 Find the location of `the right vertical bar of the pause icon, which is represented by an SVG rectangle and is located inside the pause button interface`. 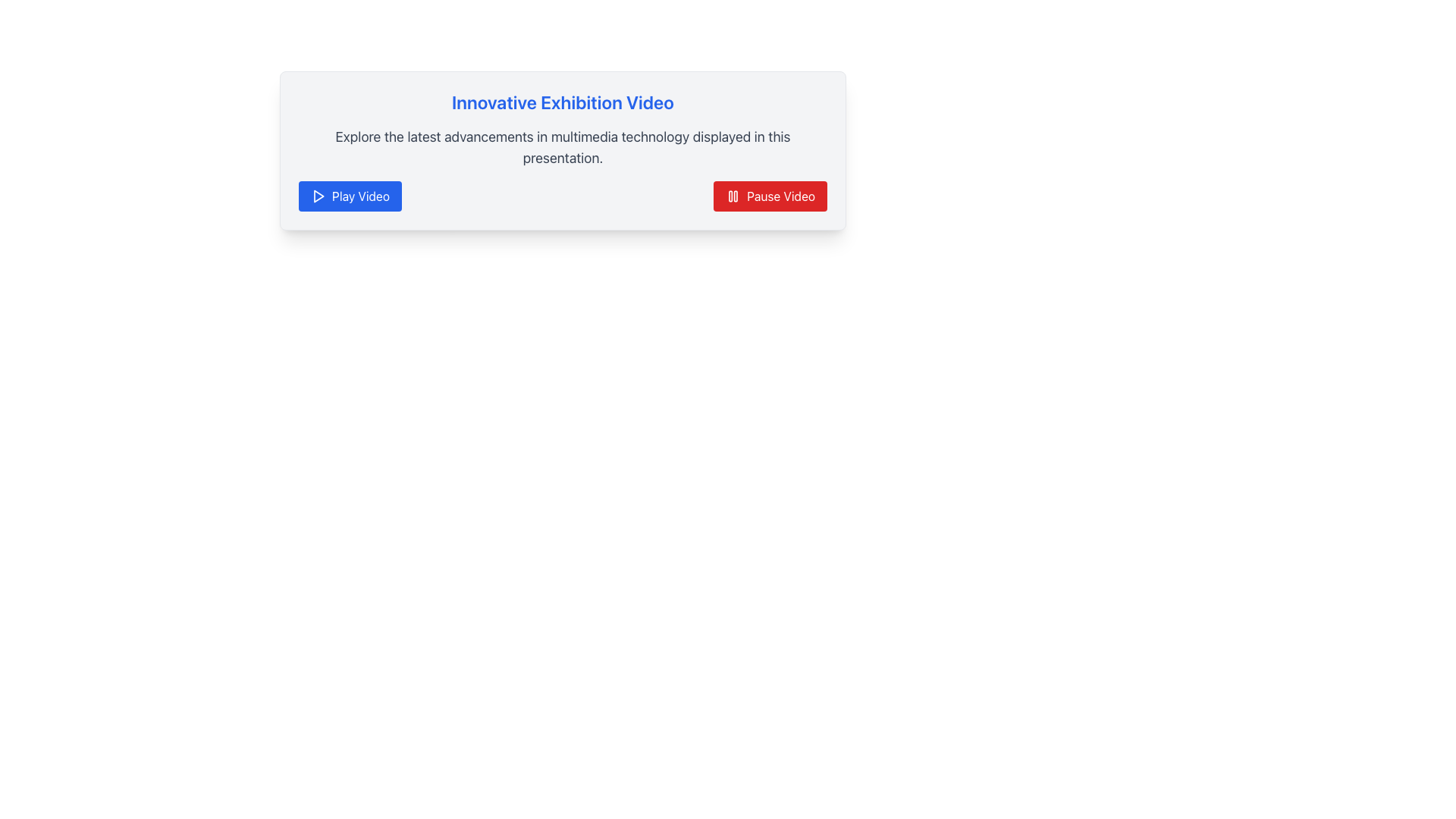

the right vertical bar of the pause icon, which is represented by an SVG rectangle and is located inside the pause button interface is located at coordinates (736, 195).